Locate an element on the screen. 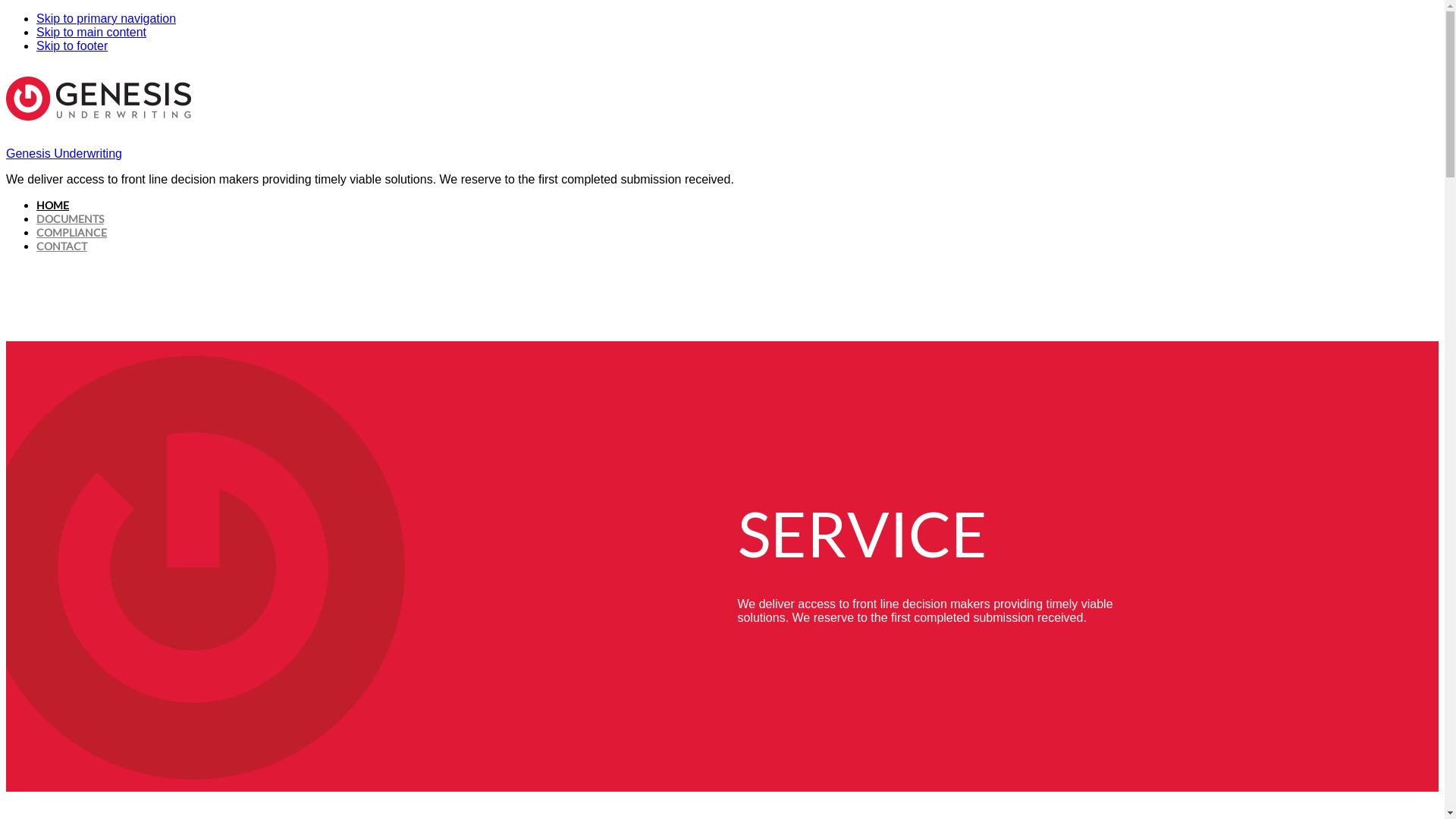  'Skip to main content' is located at coordinates (90, 32).